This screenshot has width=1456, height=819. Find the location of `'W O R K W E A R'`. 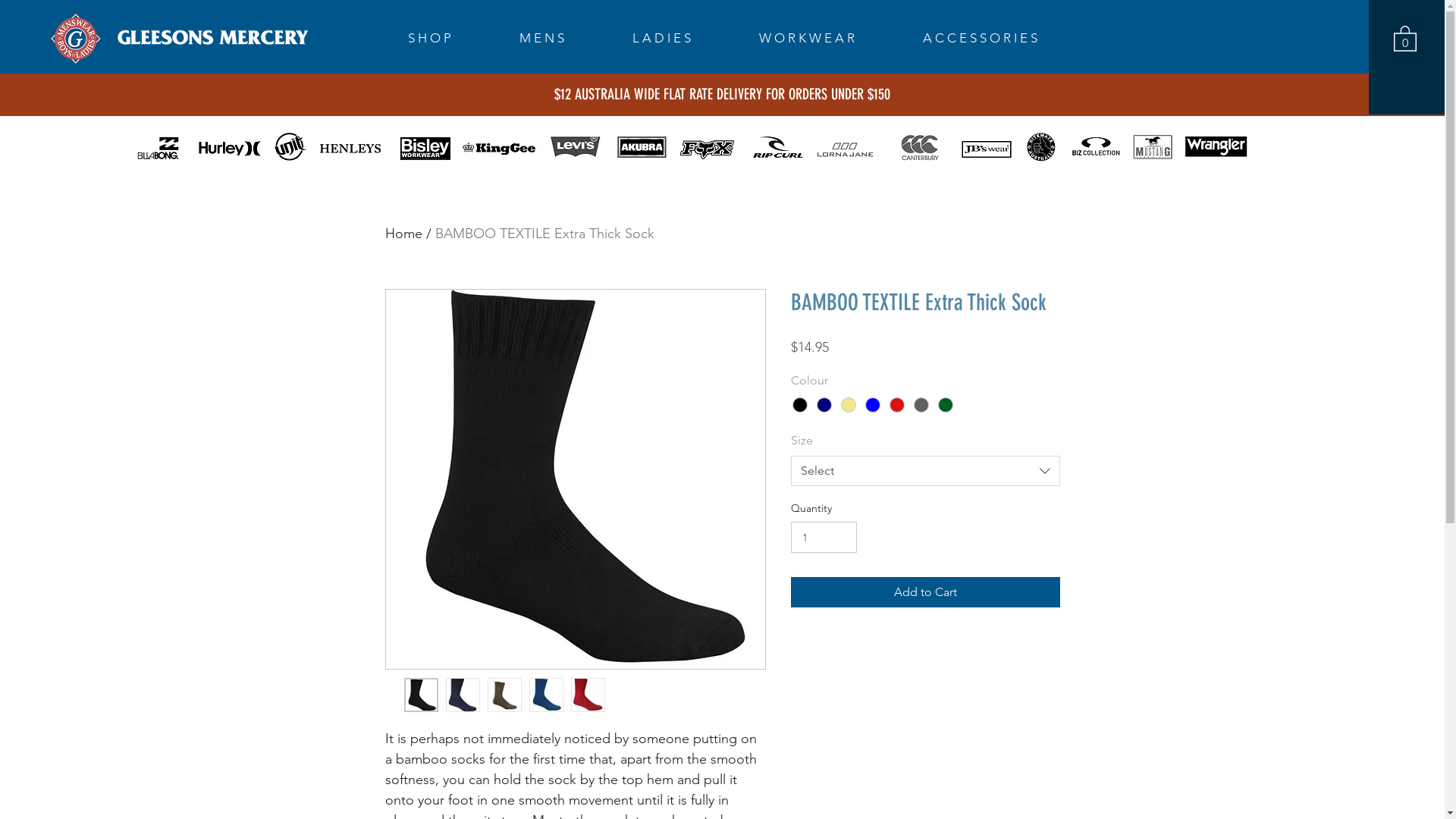

'W O R K W E A R' is located at coordinates (829, 37).